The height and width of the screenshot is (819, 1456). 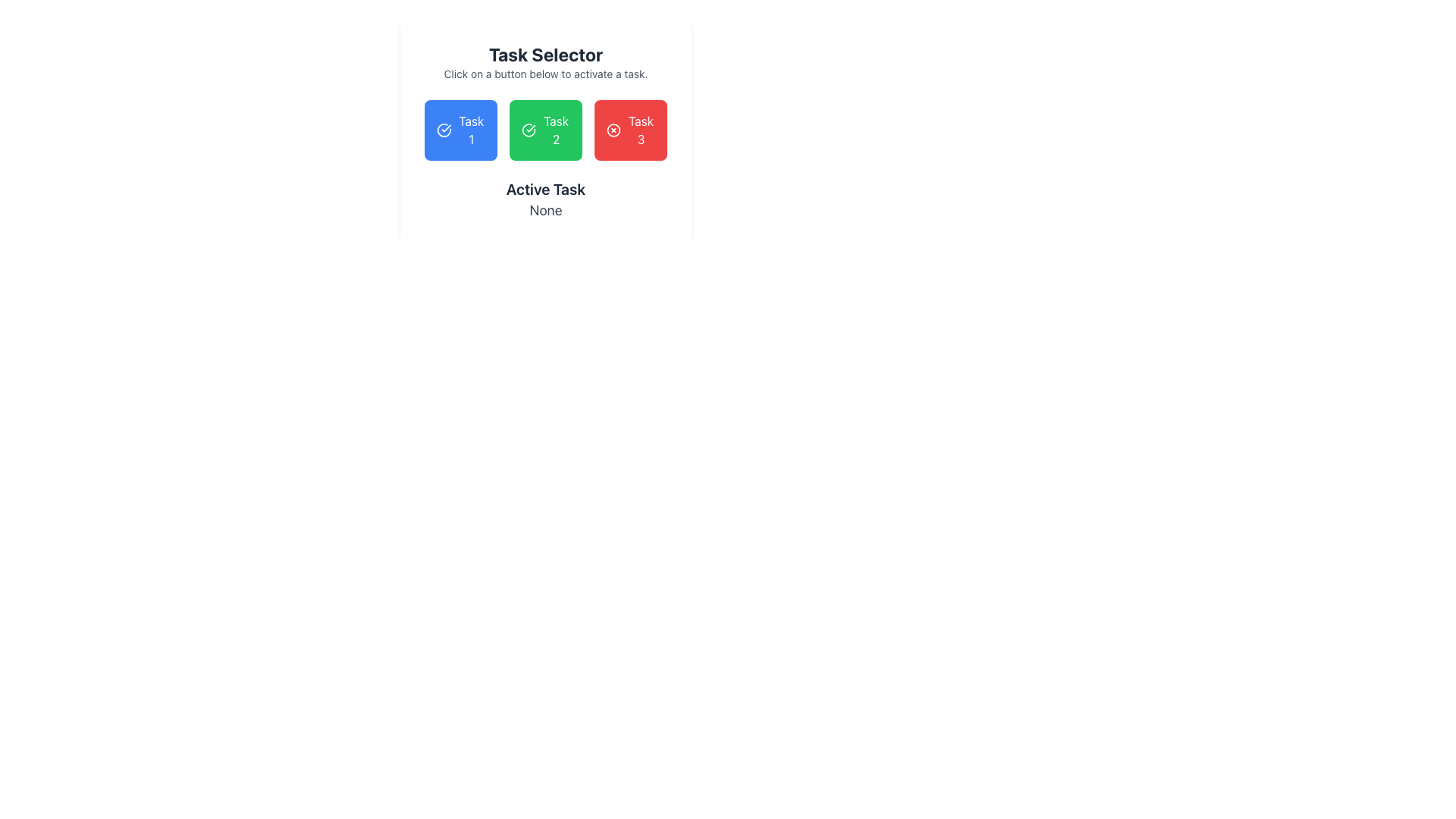 I want to click on one of the colored buttons within the 'Task Selector' widget, so click(x=546, y=130).